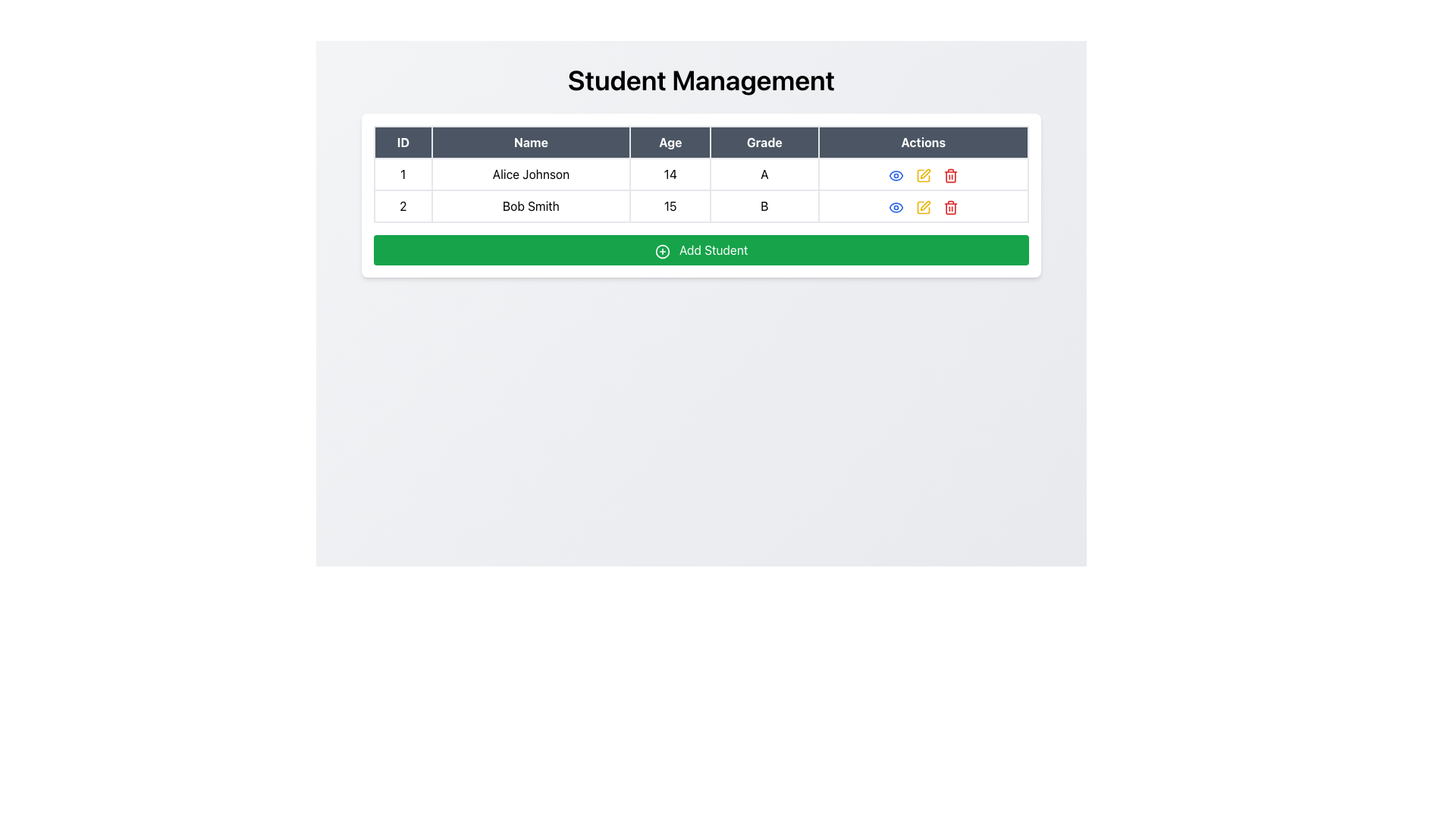 The image size is (1456, 819). What do you see at coordinates (924, 173) in the screenshot?
I see `the edit icon button styled with a pen in light yellow color, located inside a square box in the 'Actions' column of the student management table, specifically the second button in the row for 'Alice Johnson'` at bounding box center [924, 173].